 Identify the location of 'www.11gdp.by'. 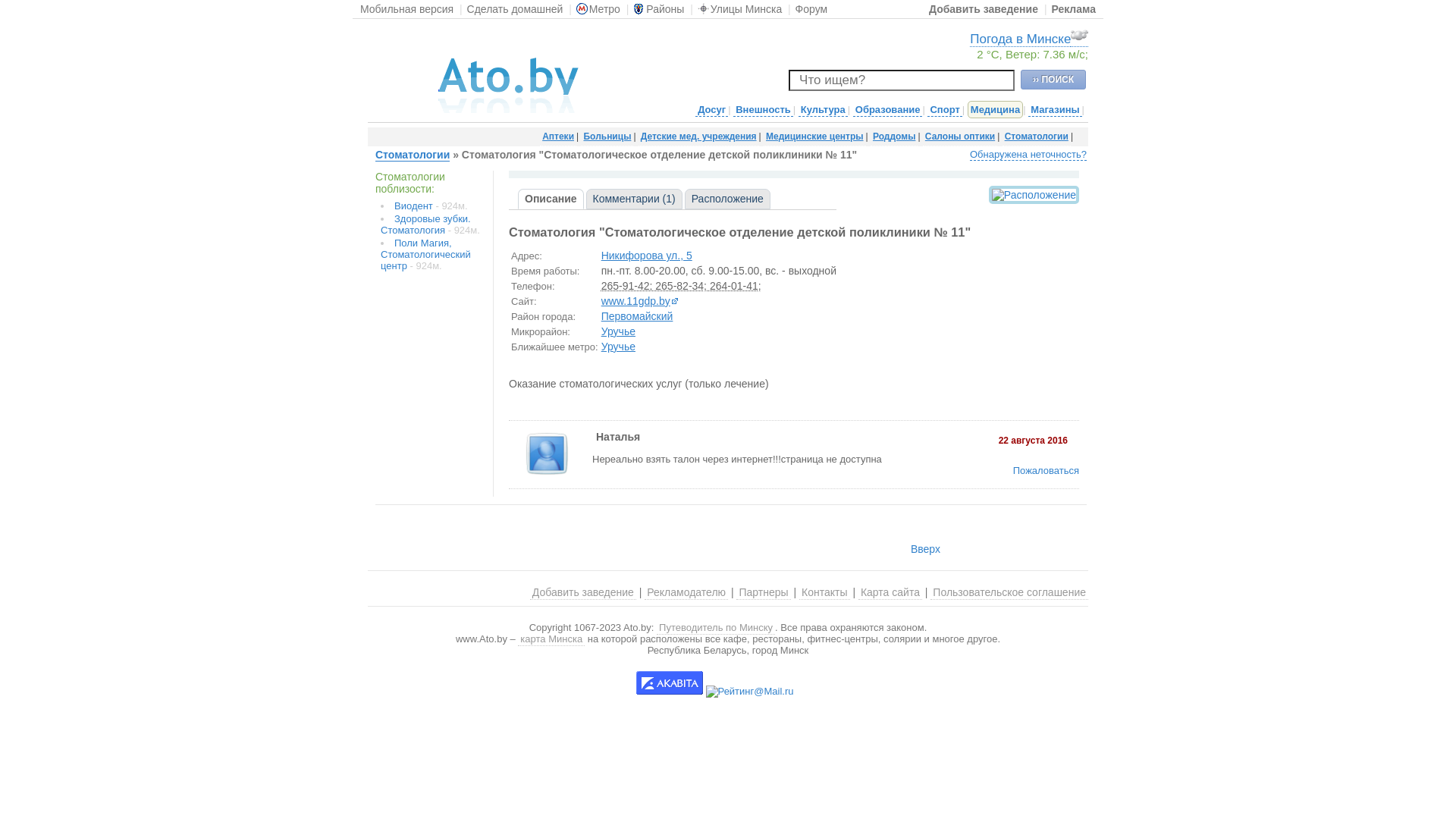
(600, 301).